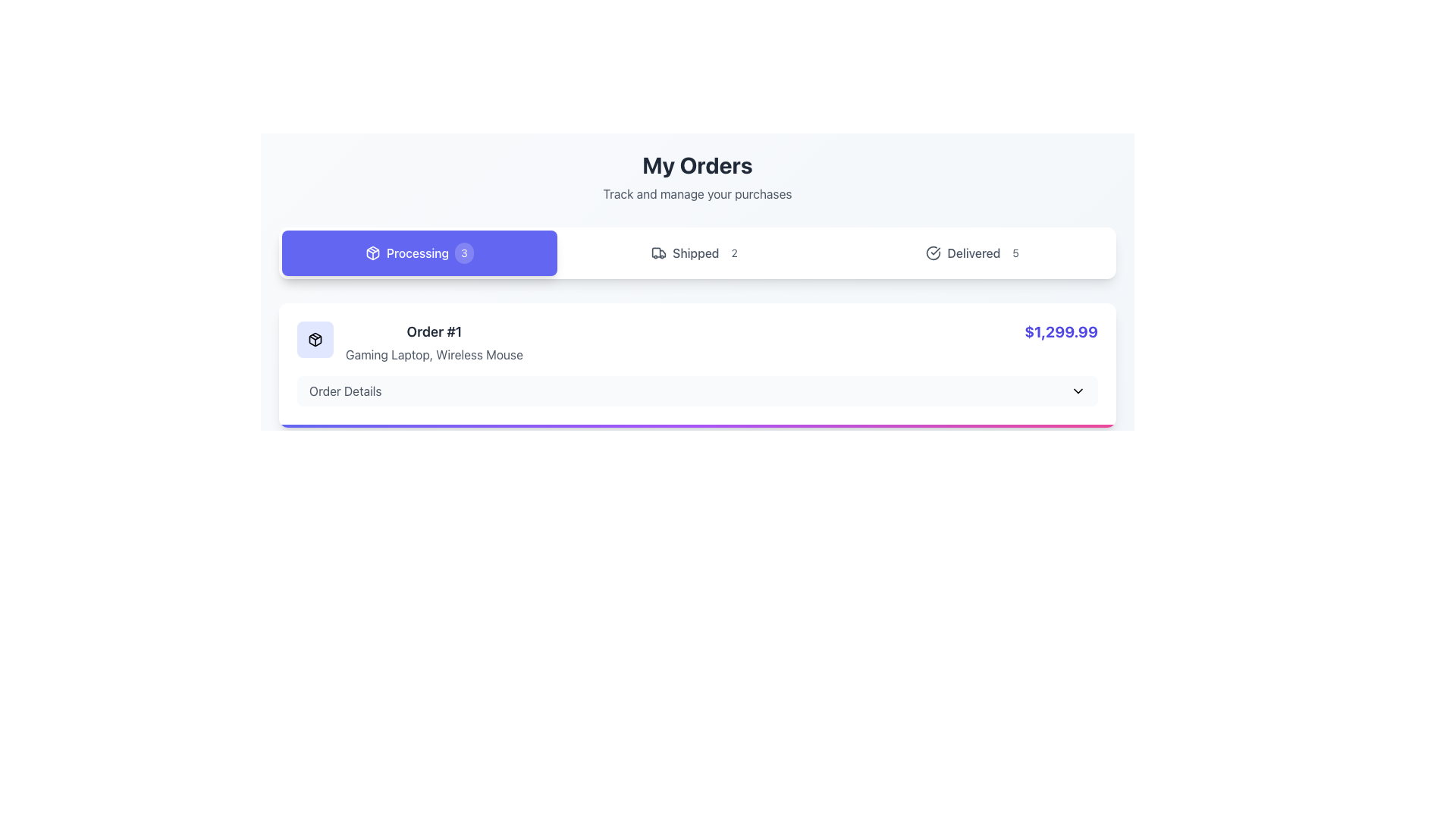 This screenshot has height=819, width=1456. What do you see at coordinates (697, 253) in the screenshot?
I see `the 'Shipped' section of the Status navigation panel` at bounding box center [697, 253].